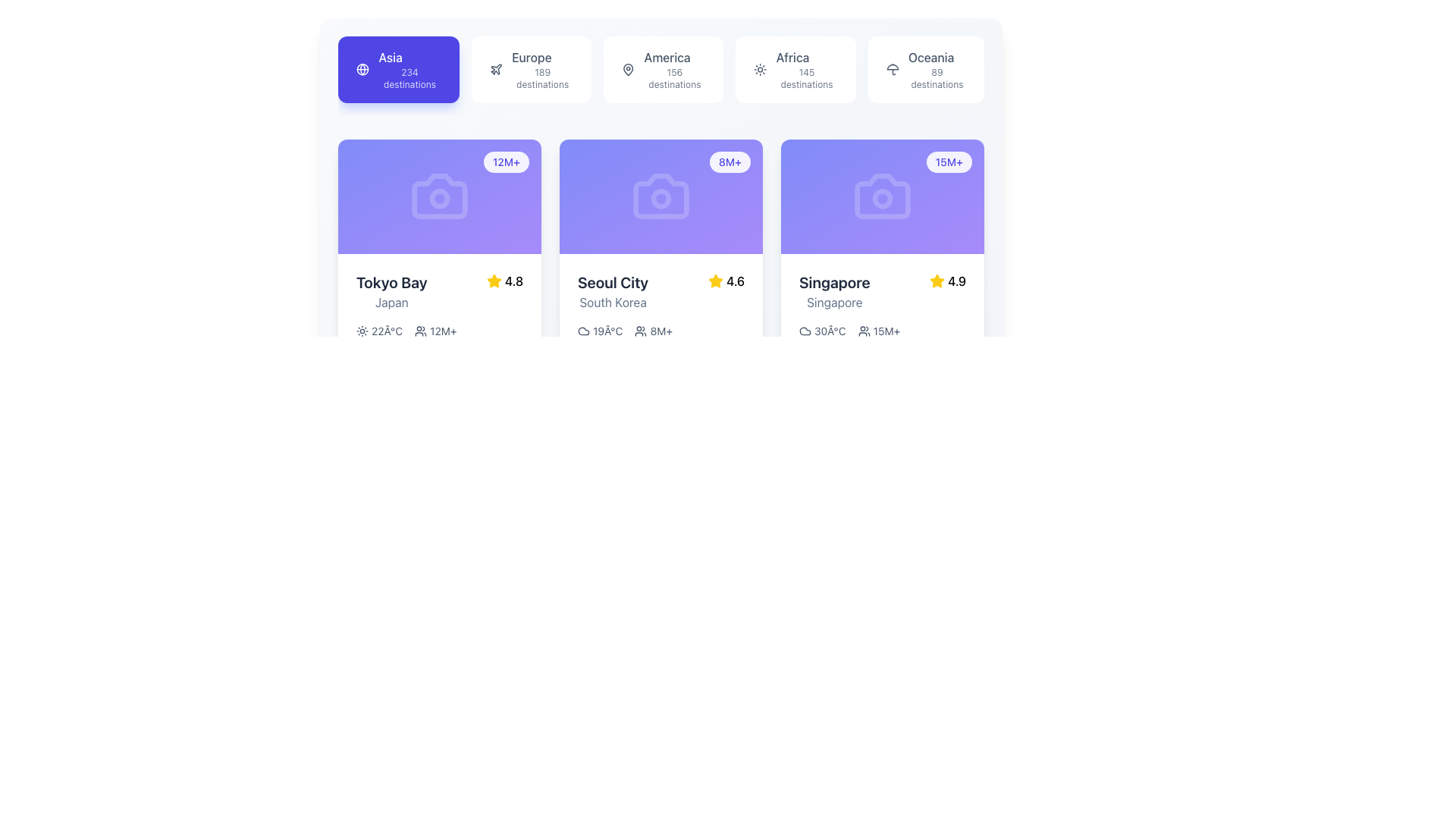 Image resolution: width=1456 pixels, height=819 pixels. I want to click on the text element displaying 'America' located at the top of the third card in a horizontal list of cards, so click(667, 57).